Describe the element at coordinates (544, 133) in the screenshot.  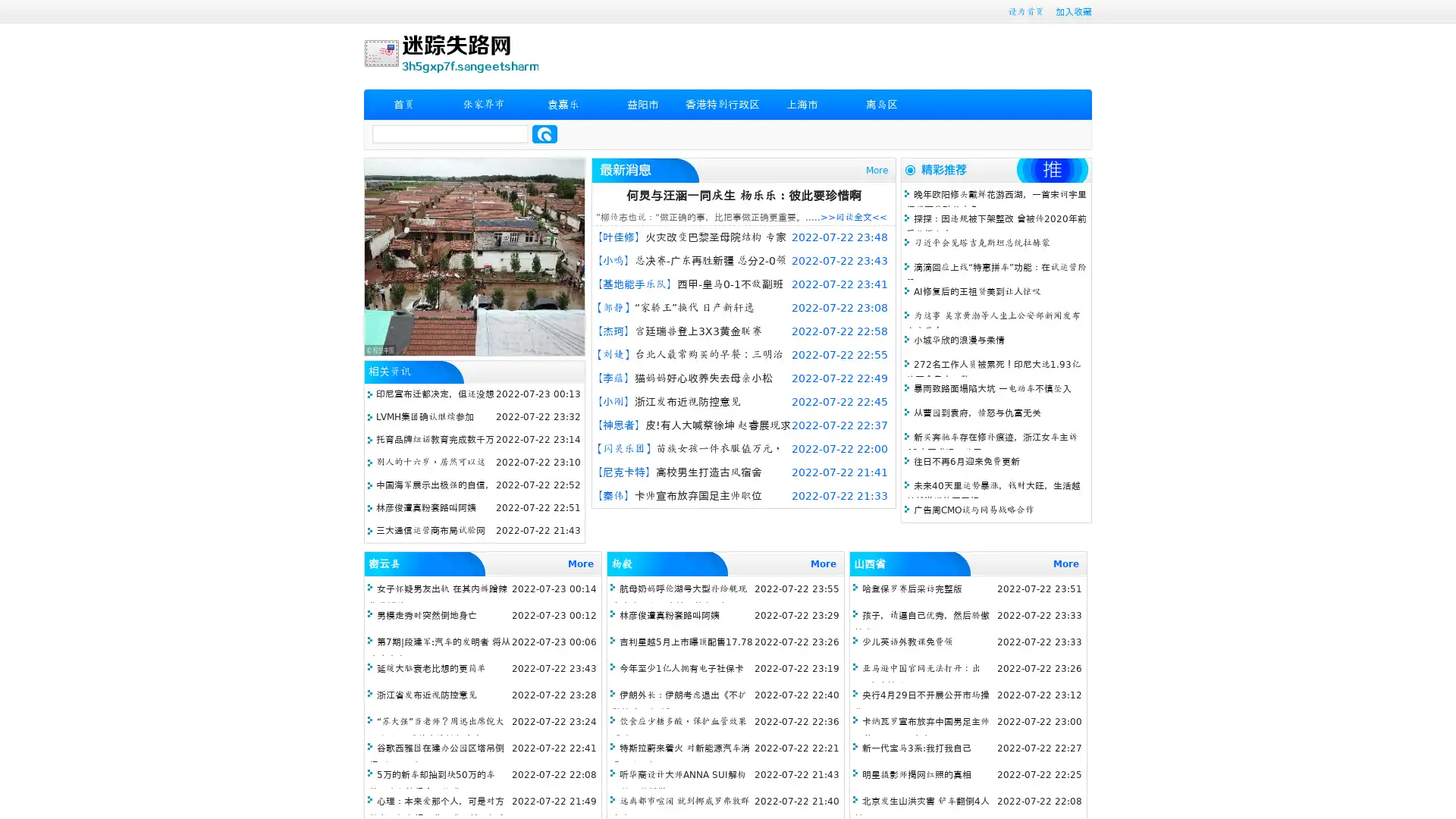
I see `Search` at that location.